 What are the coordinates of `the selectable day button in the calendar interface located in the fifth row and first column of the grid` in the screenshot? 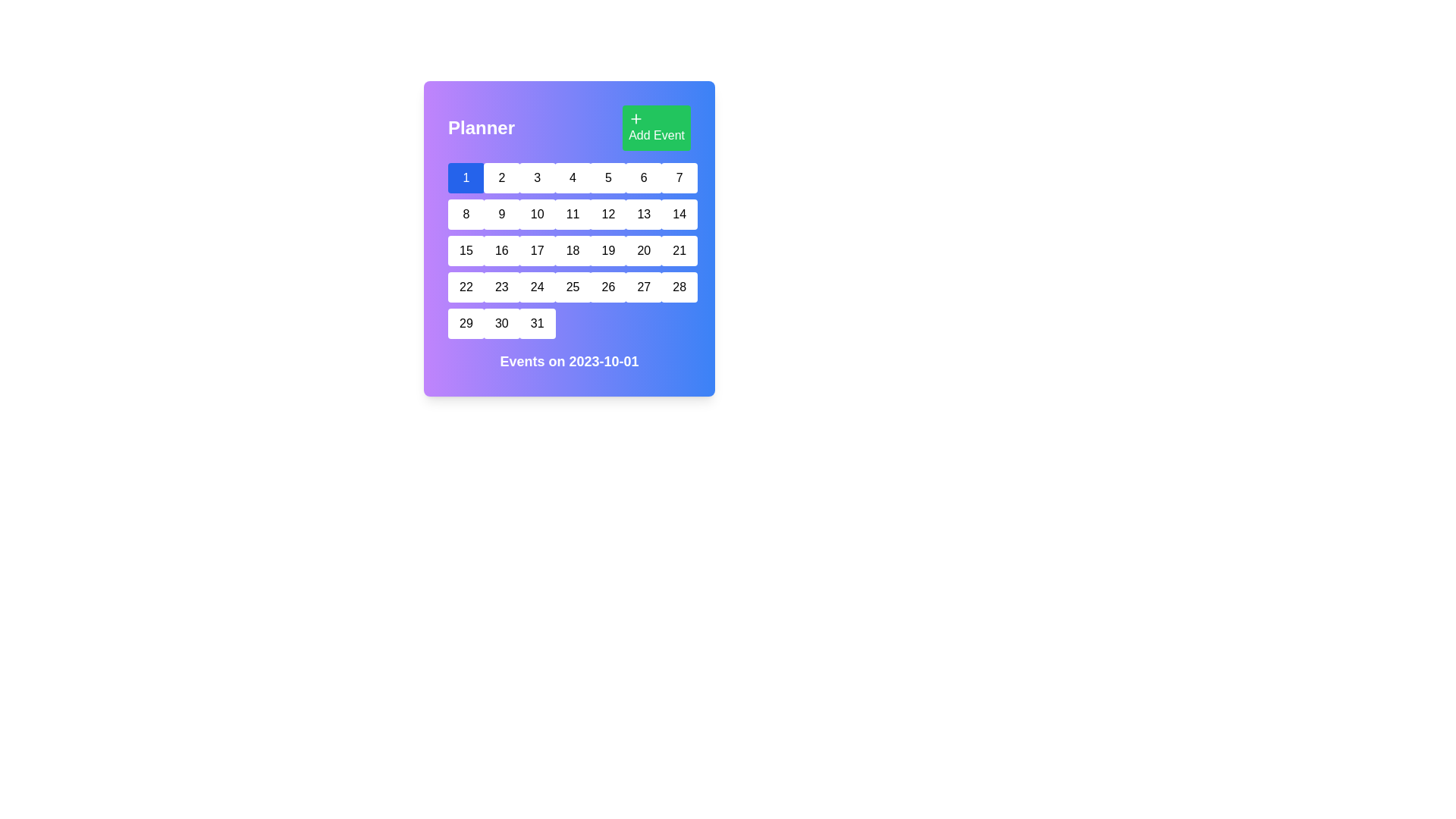 It's located at (465, 287).